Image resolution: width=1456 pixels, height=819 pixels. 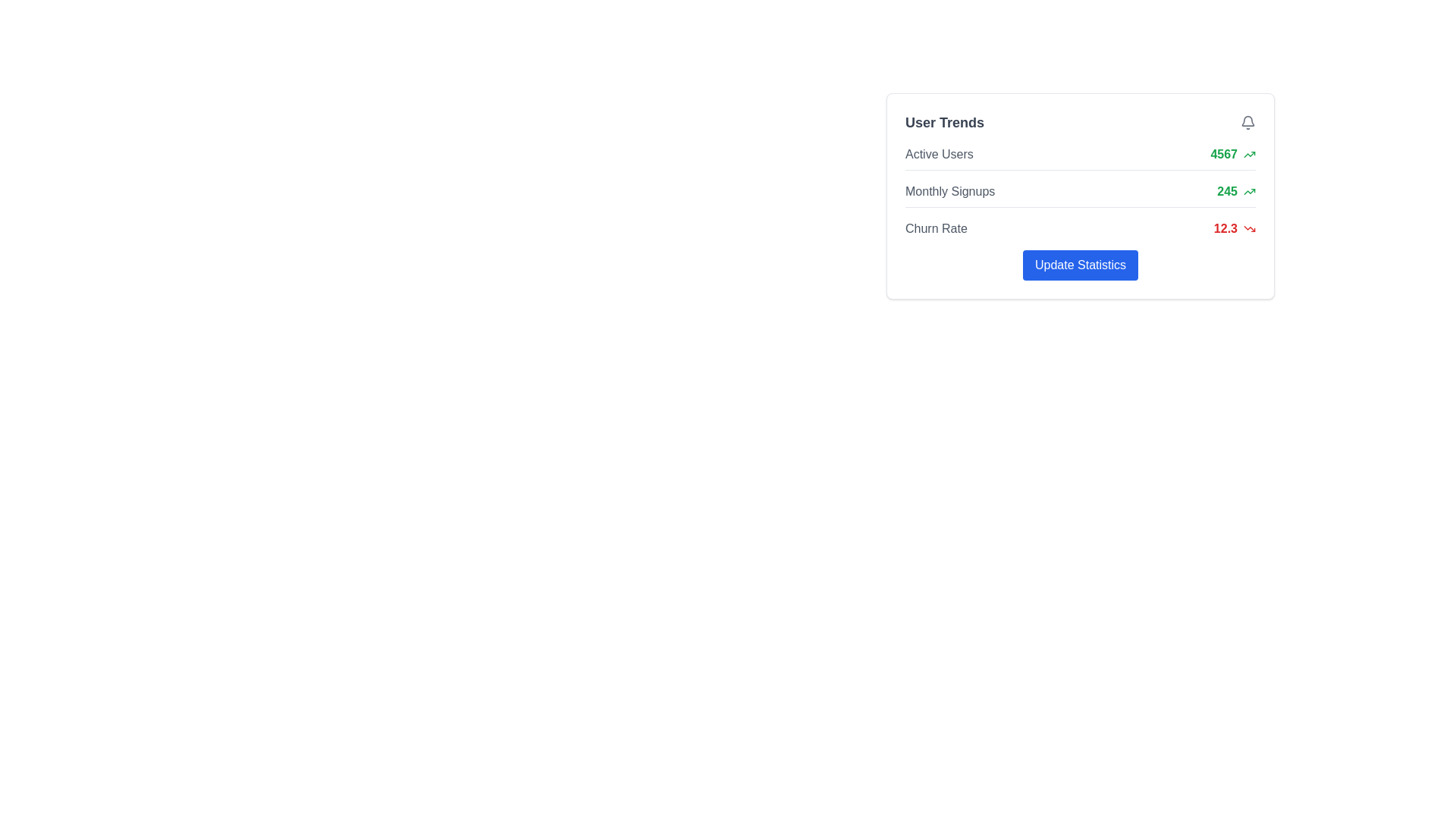 What do you see at coordinates (935, 228) in the screenshot?
I see `text label indicating the churn rate located under the 'User Trends' section, positioned to the left of the numerical value '12.3'` at bounding box center [935, 228].